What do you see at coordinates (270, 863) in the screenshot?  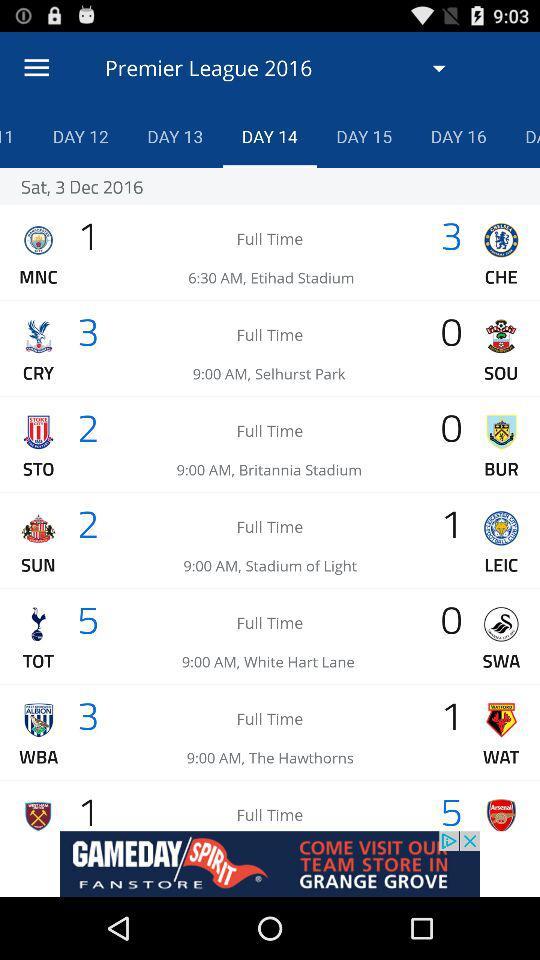 I see `opens a advertisement` at bounding box center [270, 863].